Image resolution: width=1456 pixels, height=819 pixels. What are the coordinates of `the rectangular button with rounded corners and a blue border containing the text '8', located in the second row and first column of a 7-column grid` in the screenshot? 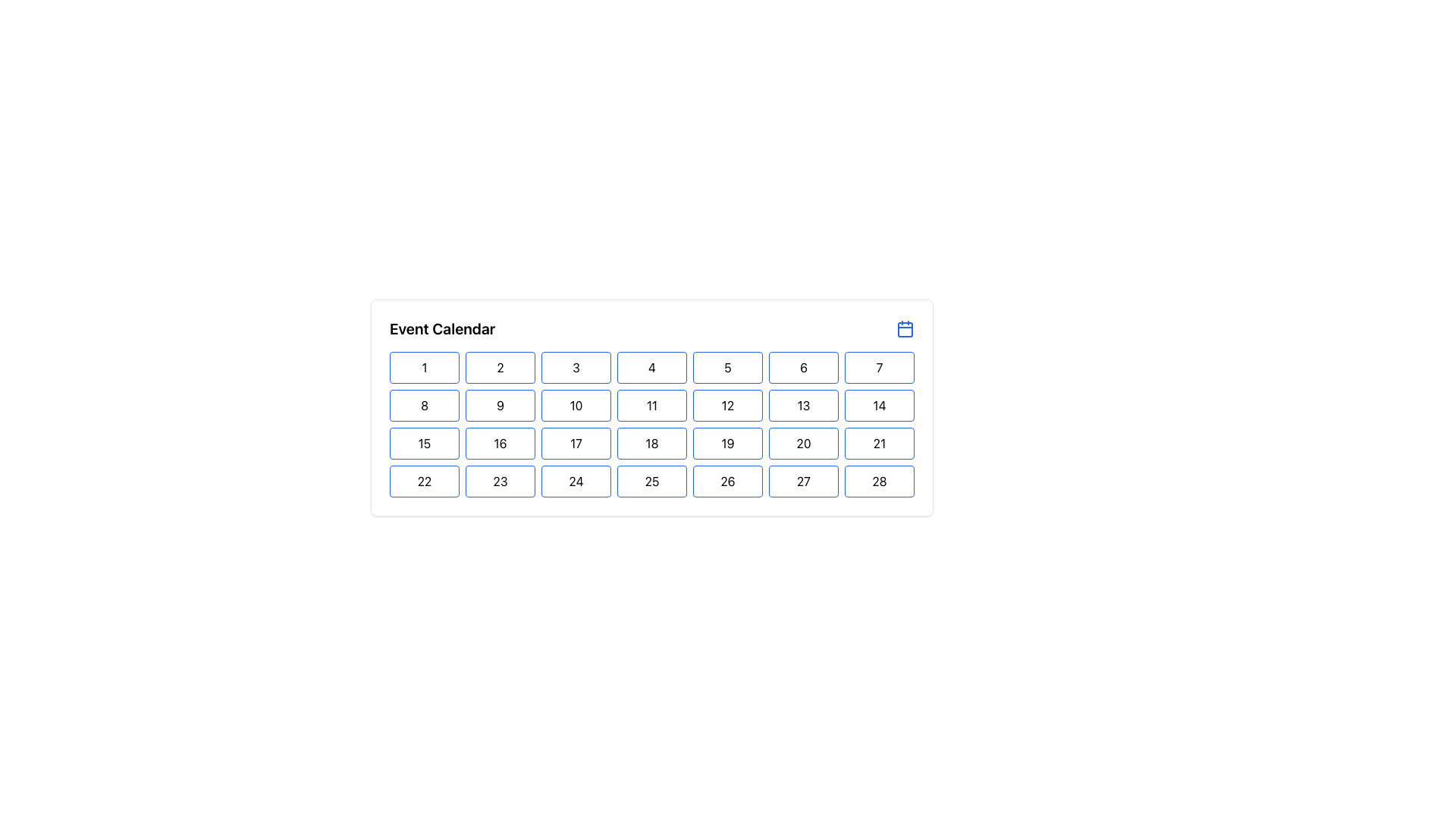 It's located at (425, 405).